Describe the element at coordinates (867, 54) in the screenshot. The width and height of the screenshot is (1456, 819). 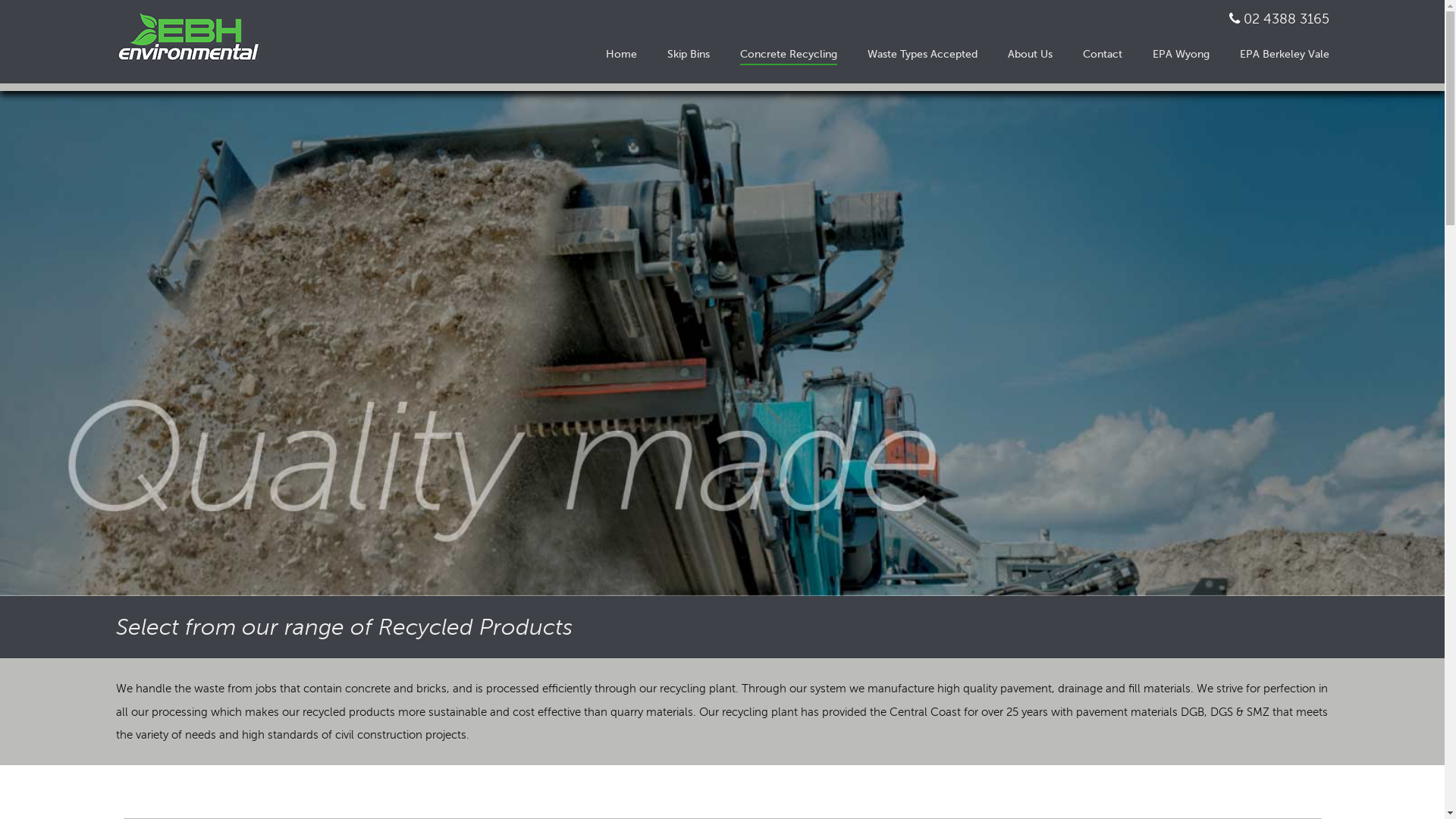
I see `'Waste Types Accepted'` at that location.